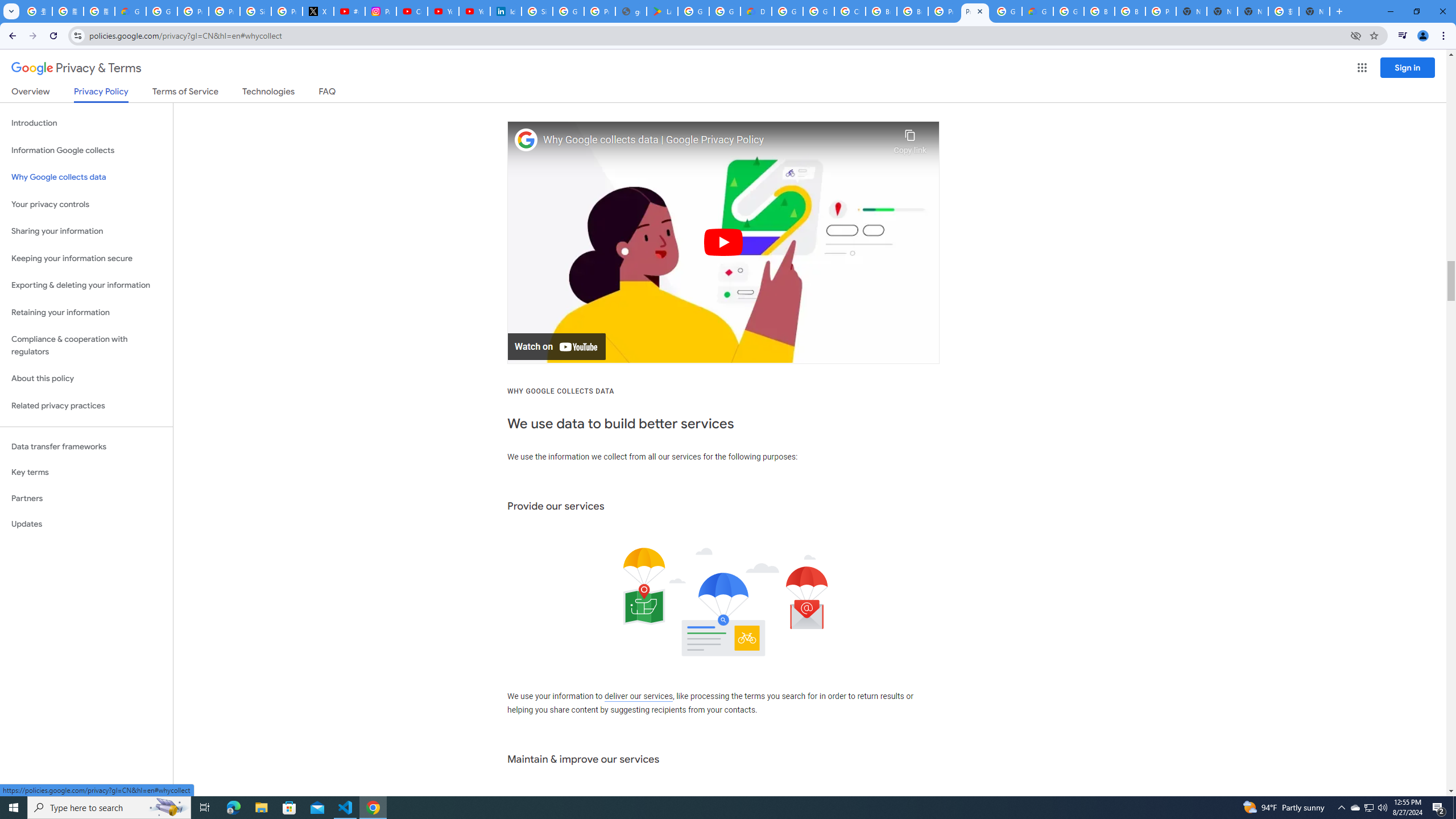  What do you see at coordinates (86, 312) in the screenshot?
I see `'Retaining your information'` at bounding box center [86, 312].